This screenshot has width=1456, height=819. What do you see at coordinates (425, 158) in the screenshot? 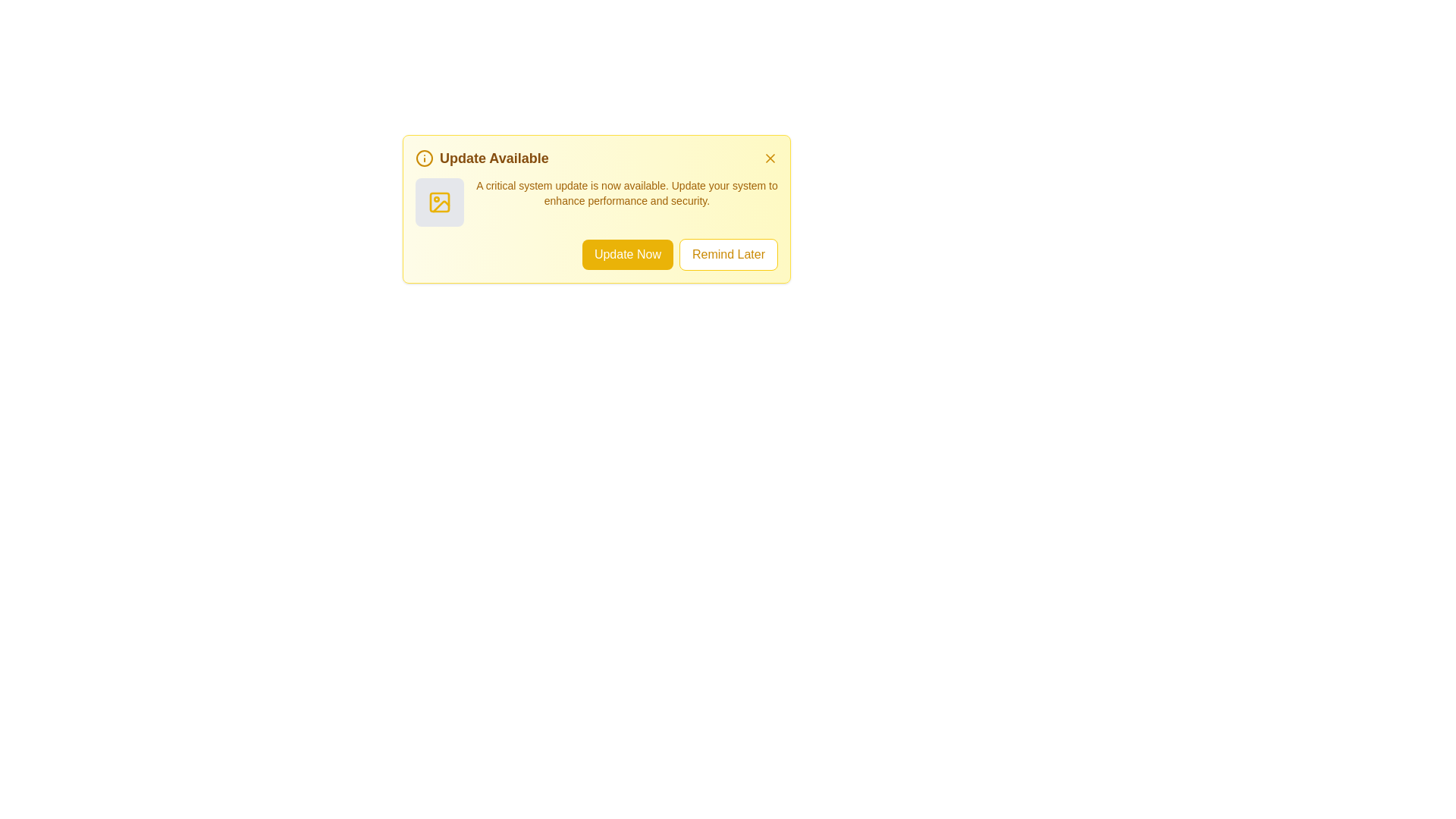
I see `the informational icon to interact with it` at bounding box center [425, 158].